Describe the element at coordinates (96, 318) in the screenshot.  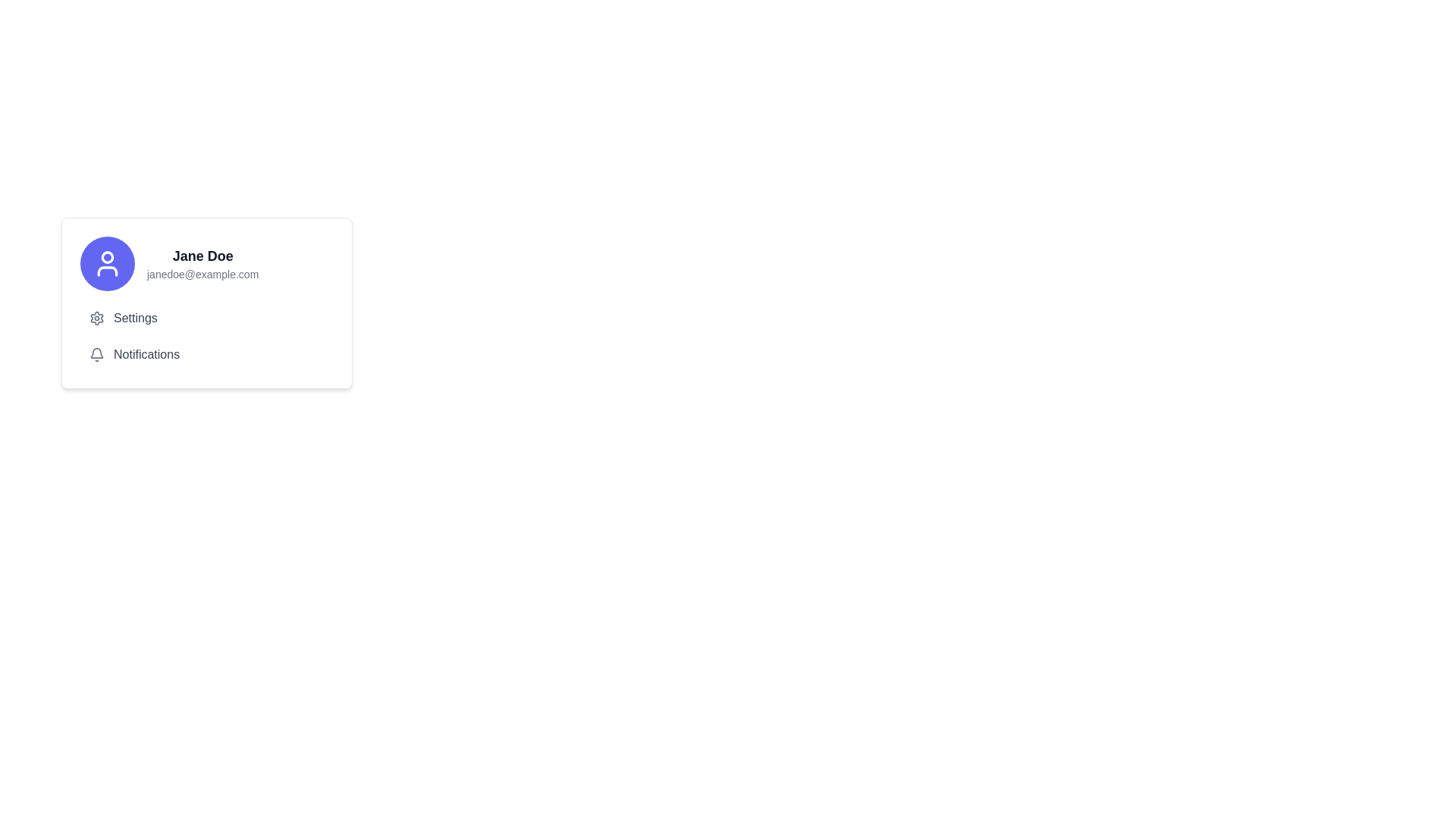
I see `the settings SVG icon located to the left of the 'Settings' label within the user profile card layout` at that location.